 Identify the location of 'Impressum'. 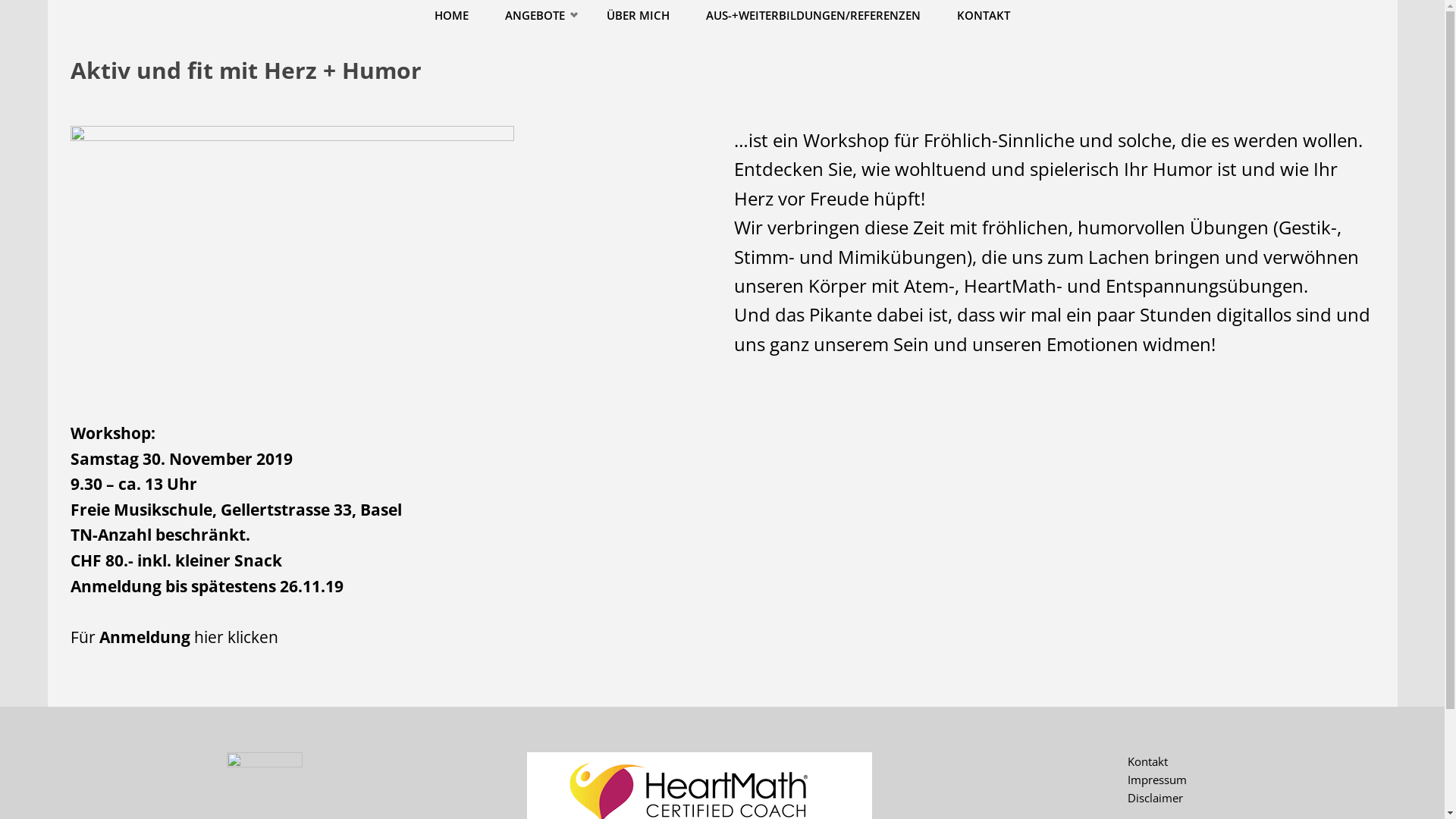
(1156, 780).